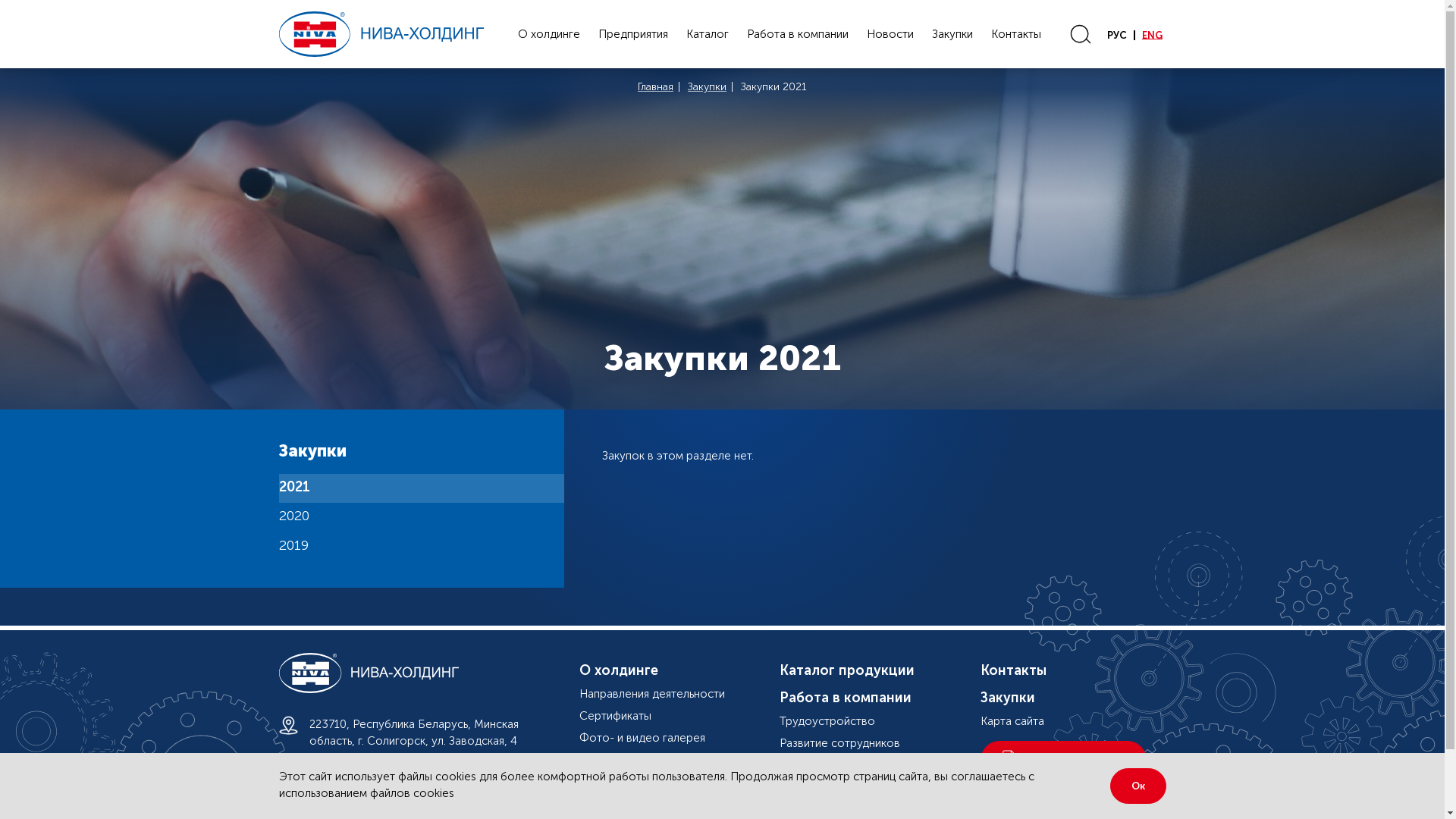 Image resolution: width=1456 pixels, height=819 pixels. What do you see at coordinates (422, 516) in the screenshot?
I see `'2020'` at bounding box center [422, 516].